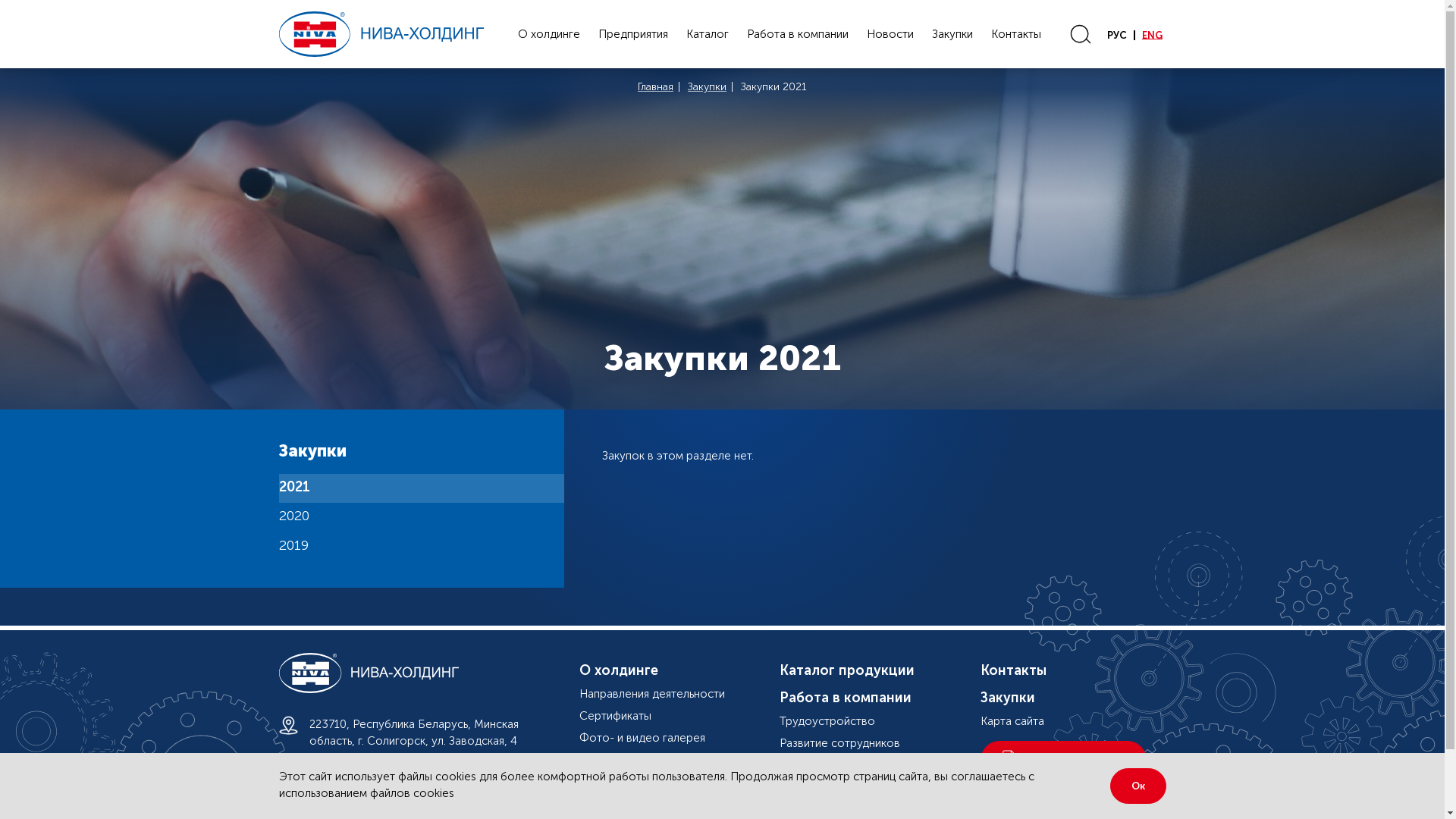 Image resolution: width=1456 pixels, height=819 pixels. What do you see at coordinates (422, 516) in the screenshot?
I see `'2020'` at bounding box center [422, 516].